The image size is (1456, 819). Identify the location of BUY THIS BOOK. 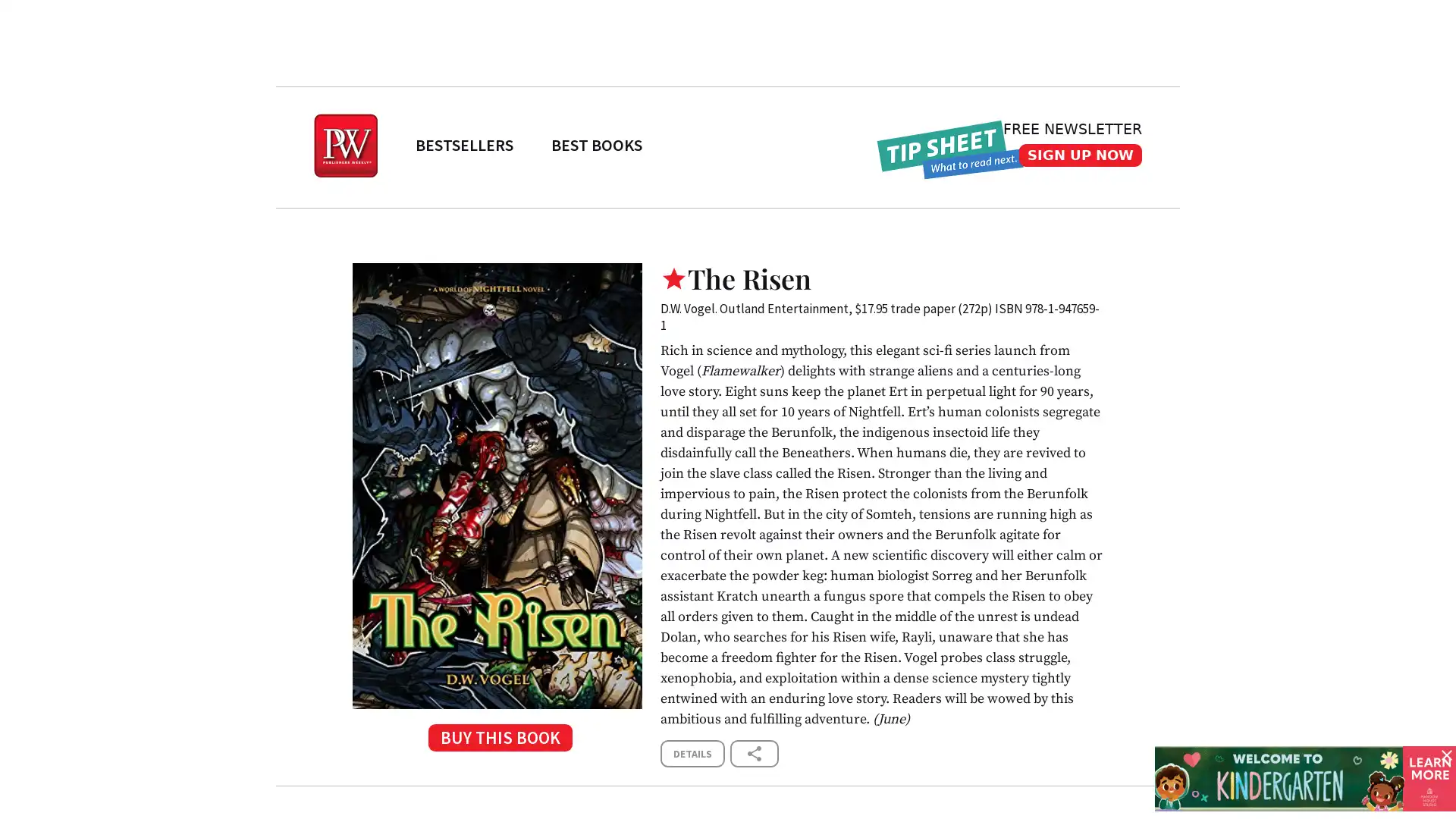
(497, 742).